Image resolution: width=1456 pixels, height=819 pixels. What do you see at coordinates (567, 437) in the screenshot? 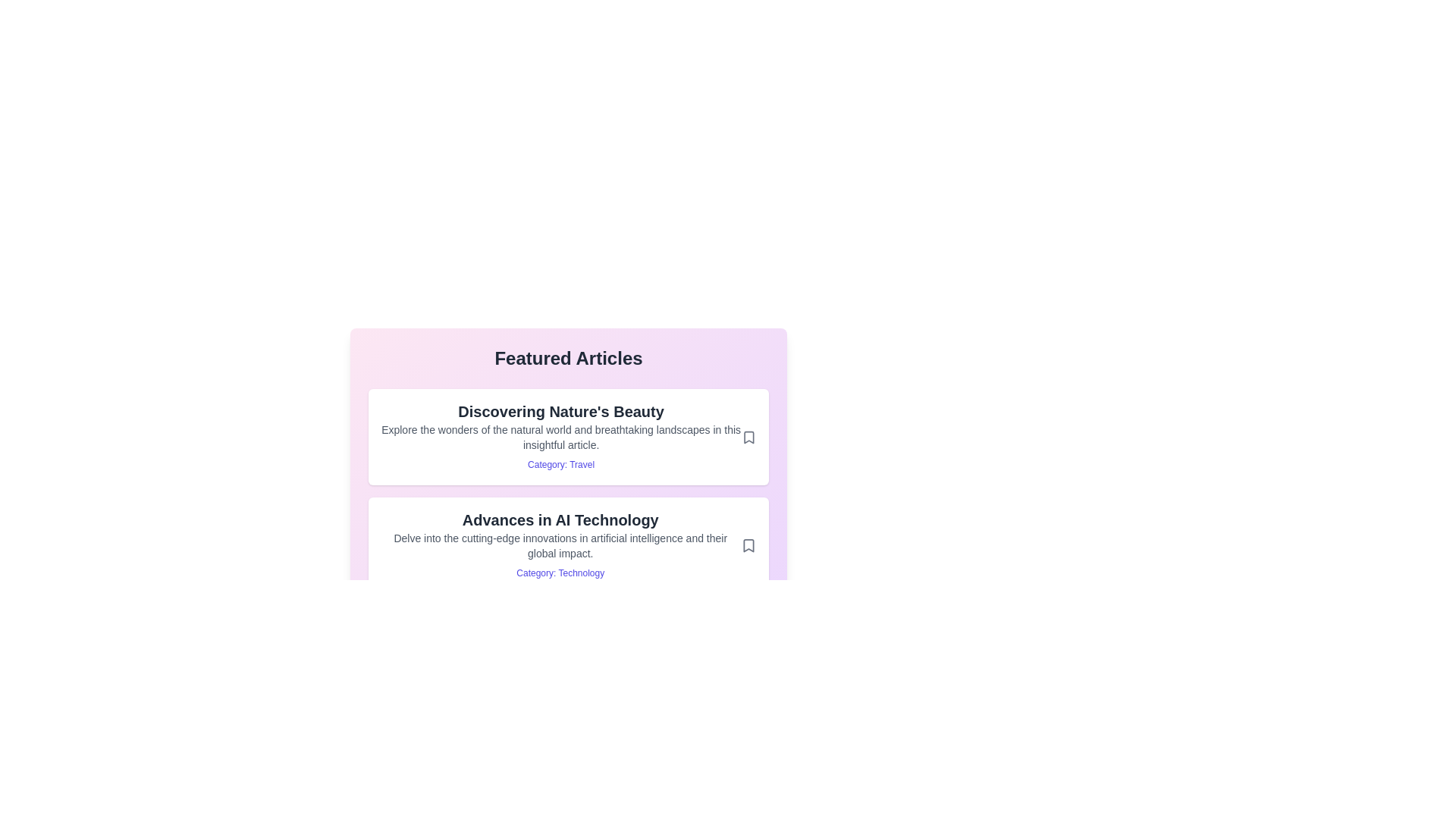
I see `the article titled 'Discovering Nature's Beauty'` at bounding box center [567, 437].